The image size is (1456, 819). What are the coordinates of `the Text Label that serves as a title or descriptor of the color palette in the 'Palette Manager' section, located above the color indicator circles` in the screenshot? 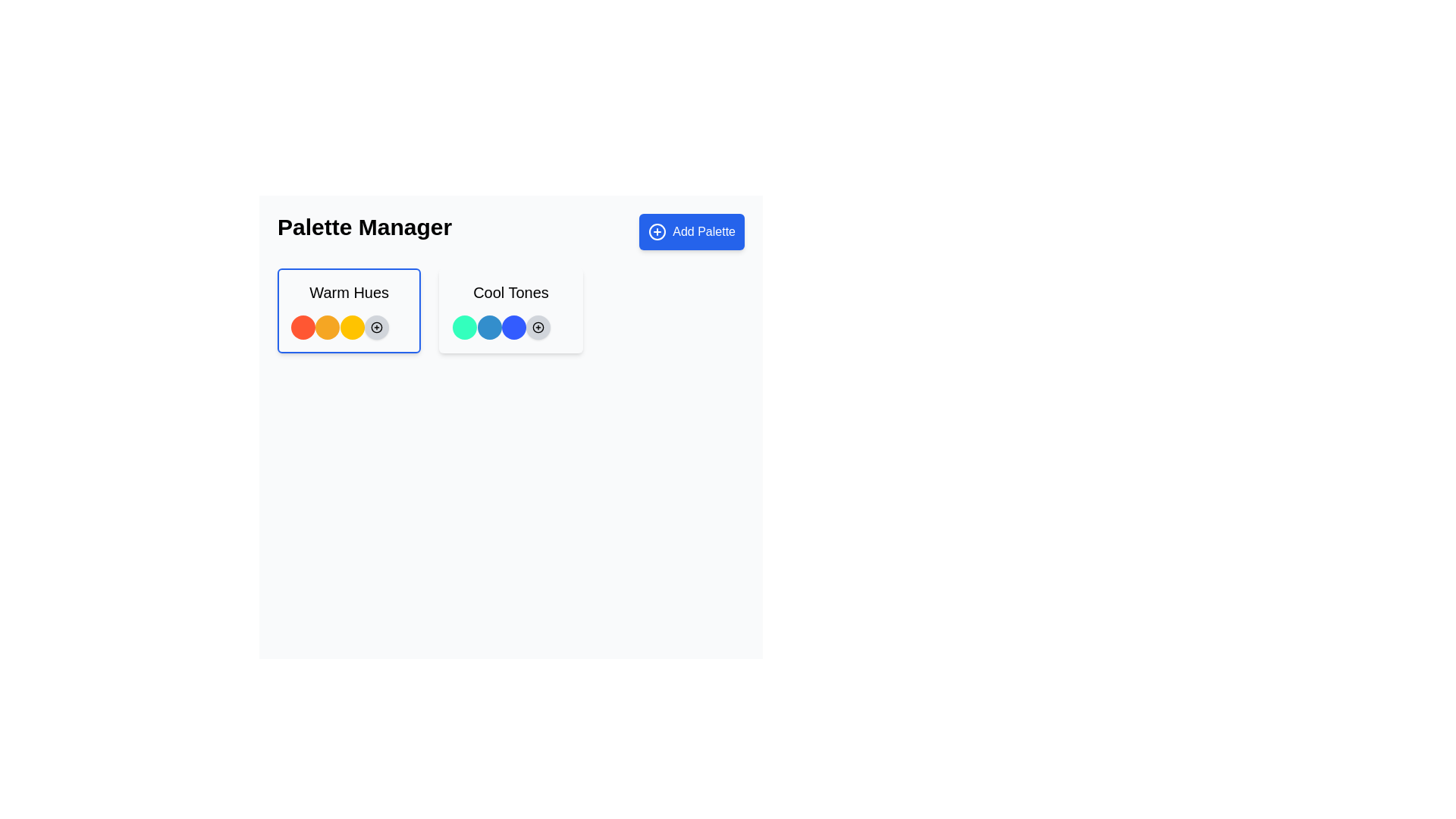 It's located at (348, 292).